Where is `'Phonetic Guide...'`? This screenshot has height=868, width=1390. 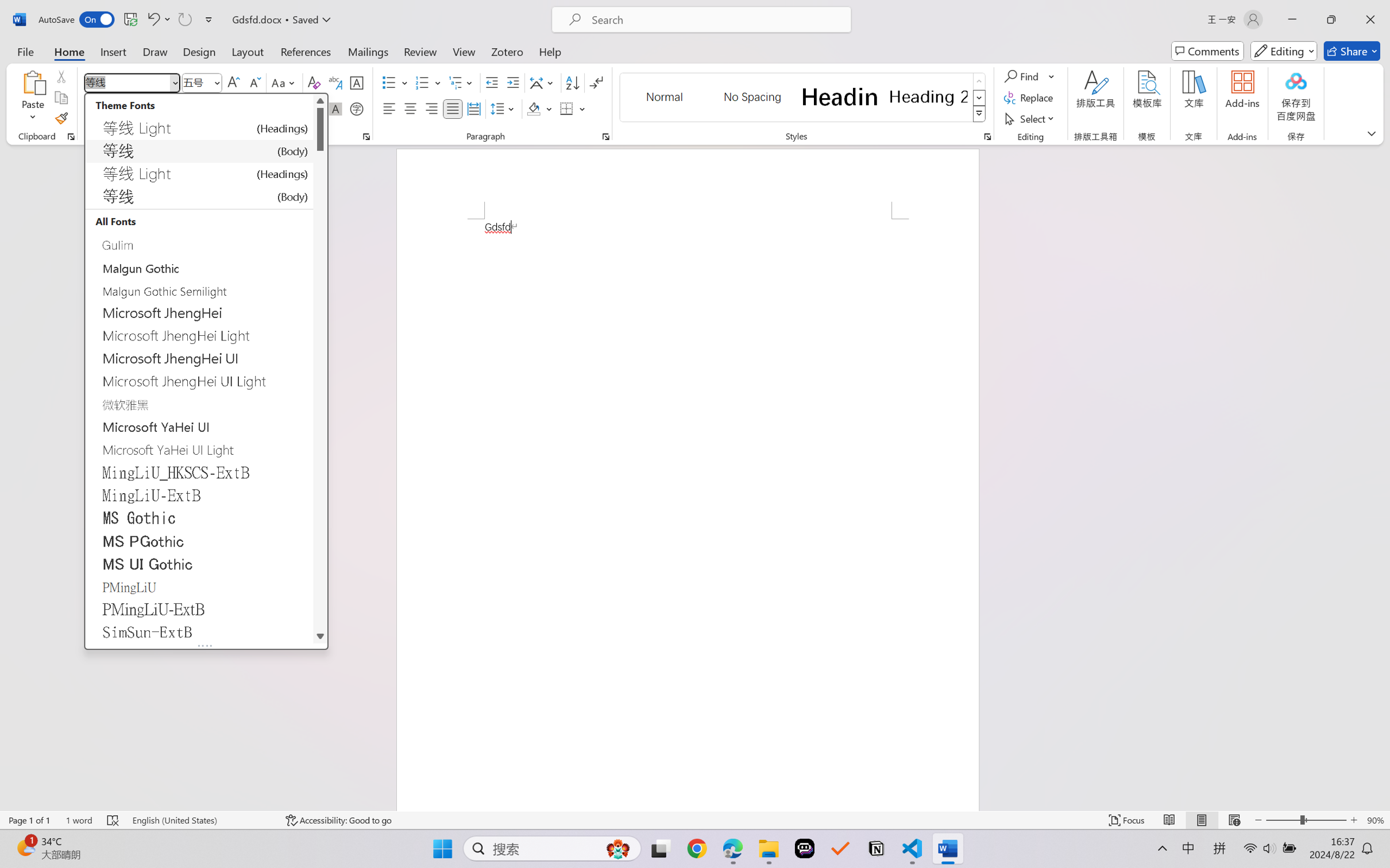
'Phonetic Guide...' is located at coordinates (334, 83).